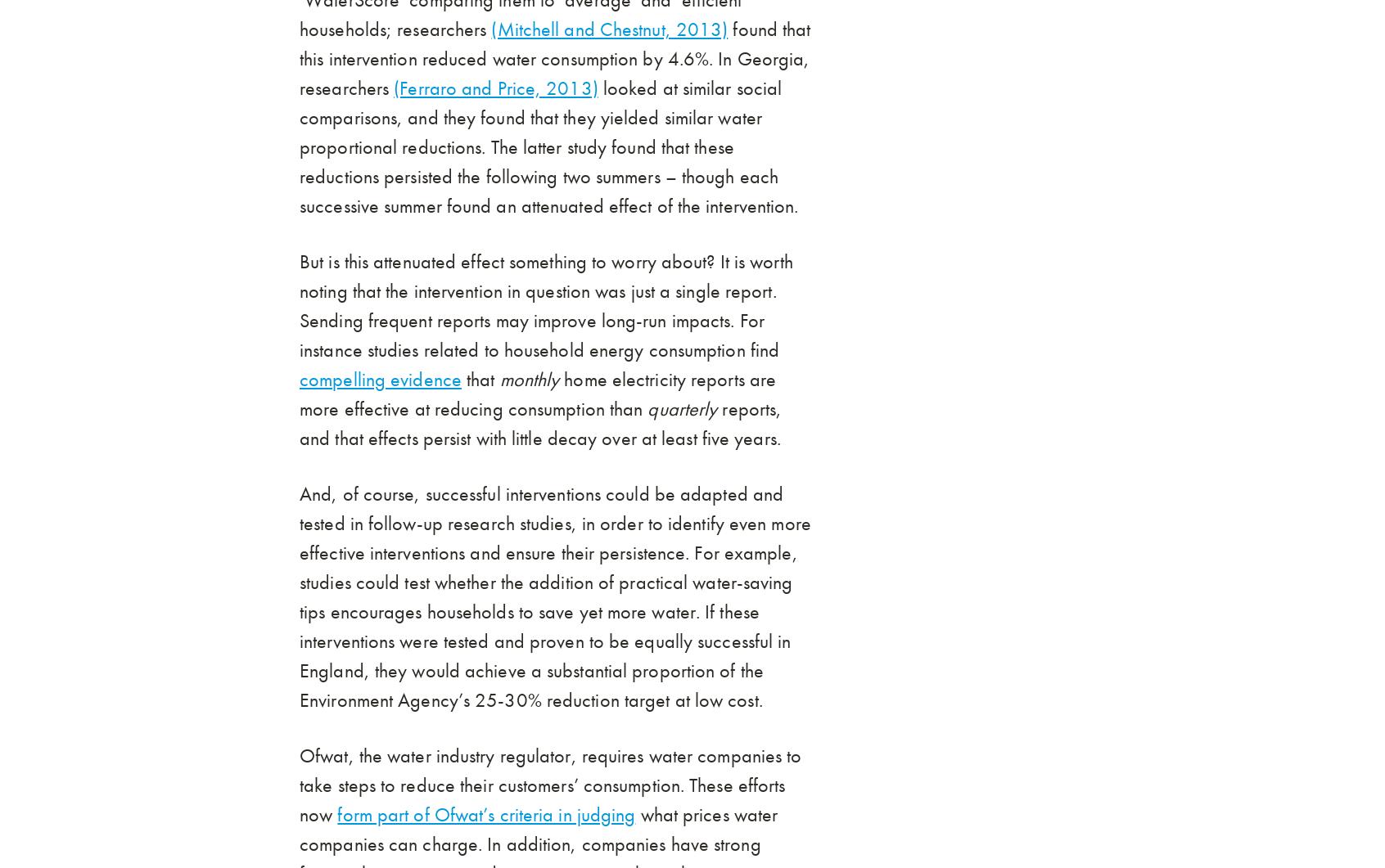  I want to click on '(Ferraro and Price, 2013)', so click(494, 88).